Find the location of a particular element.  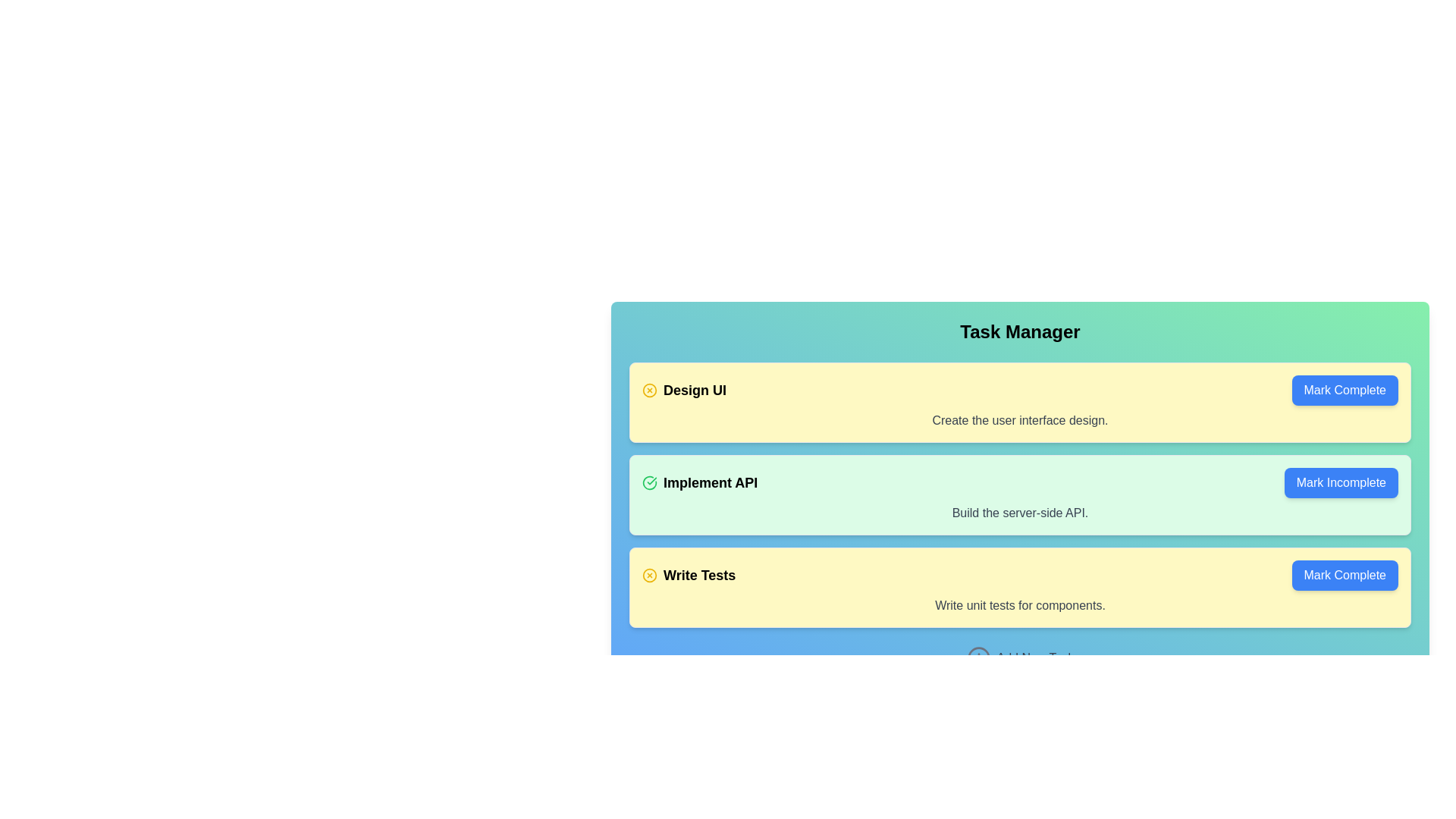

text label 'Write Tests' which is bold and located next to a yellow circular icon with a cross symbol, positioned in the third task row of the 'Task Manager' interface is located at coordinates (688, 576).